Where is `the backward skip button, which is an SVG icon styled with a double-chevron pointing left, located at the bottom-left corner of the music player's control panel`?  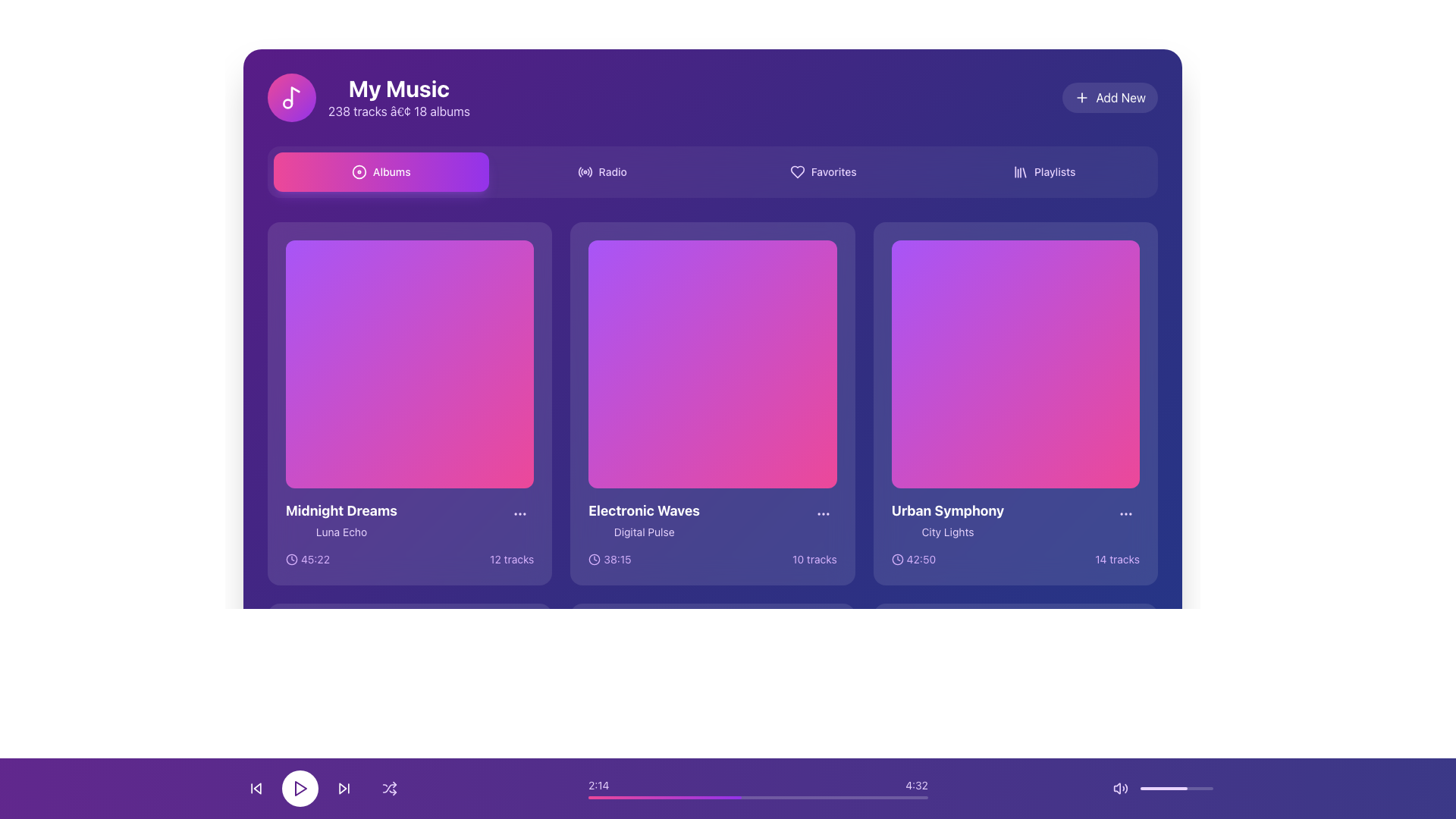
the backward skip button, which is an SVG icon styled with a double-chevron pointing left, located at the bottom-left corner of the music player's control panel is located at coordinates (256, 788).